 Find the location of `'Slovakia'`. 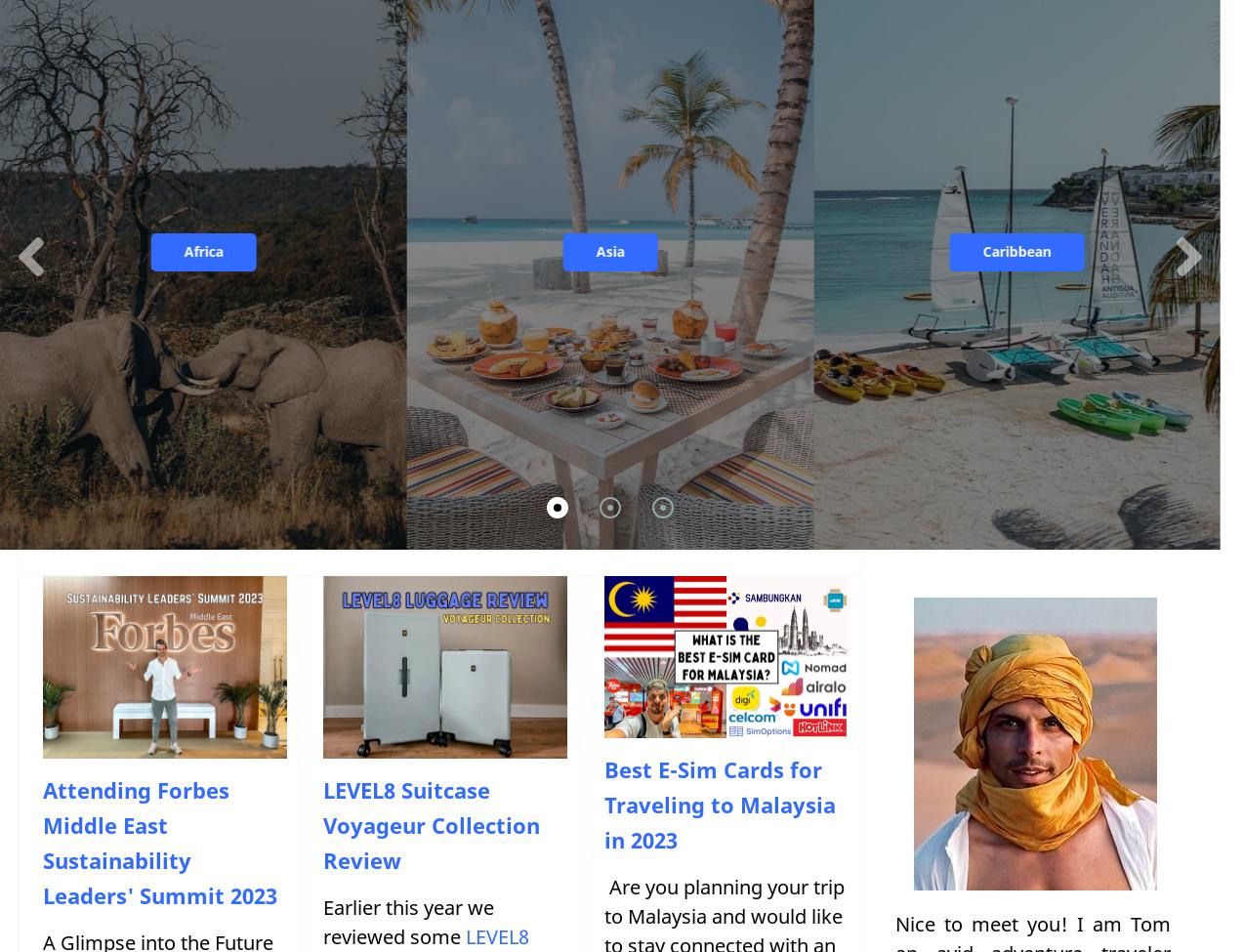

'Slovakia' is located at coordinates (521, 313).